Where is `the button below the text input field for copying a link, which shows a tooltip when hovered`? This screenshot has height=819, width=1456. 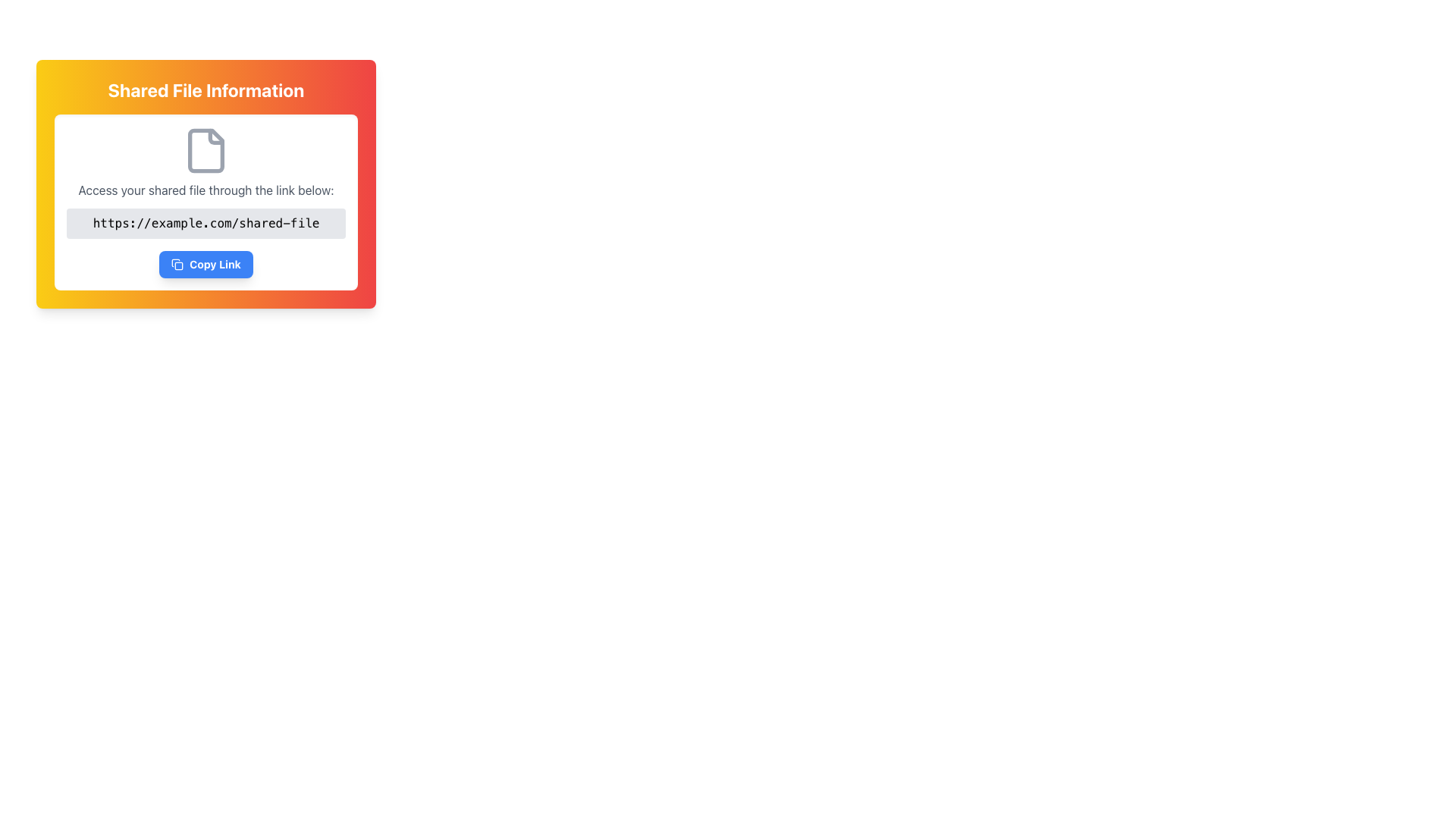
the button below the text input field for copying a link, which shows a tooltip when hovered is located at coordinates (206, 263).